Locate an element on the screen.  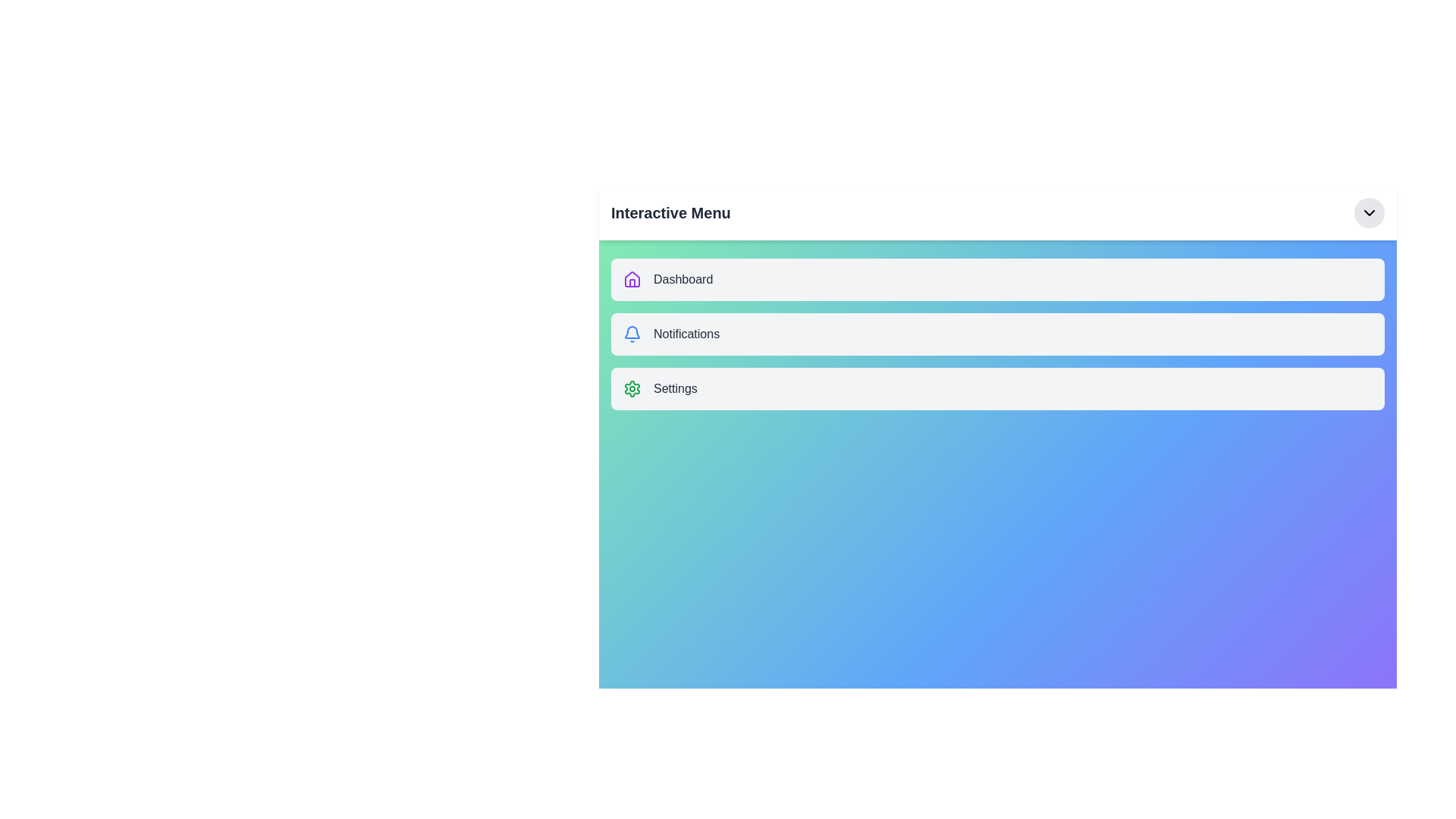
the menu item Settings to observe its hover effect is located at coordinates (997, 388).